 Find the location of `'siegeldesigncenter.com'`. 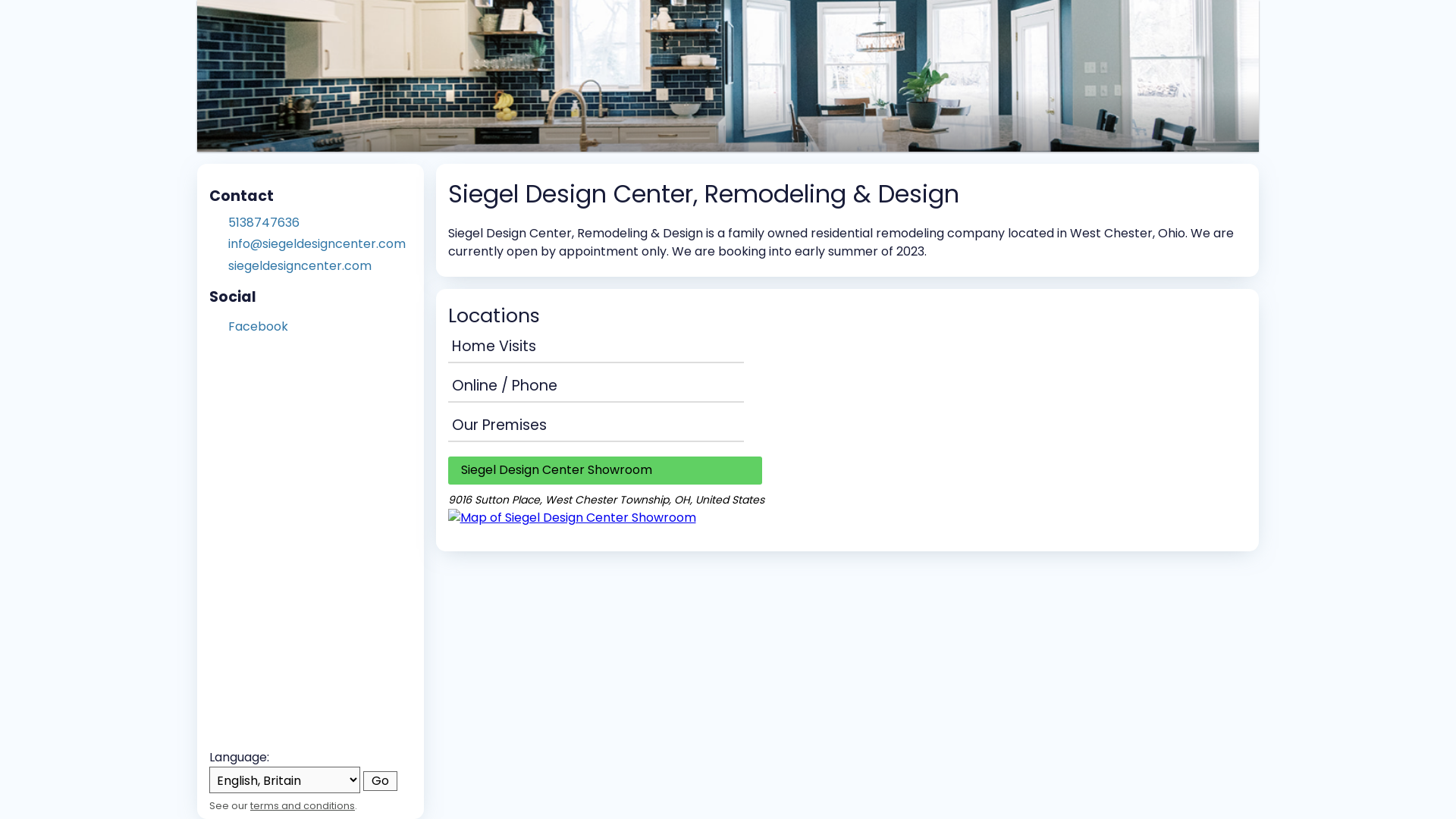

'siegeldesigncenter.com' is located at coordinates (227, 265).